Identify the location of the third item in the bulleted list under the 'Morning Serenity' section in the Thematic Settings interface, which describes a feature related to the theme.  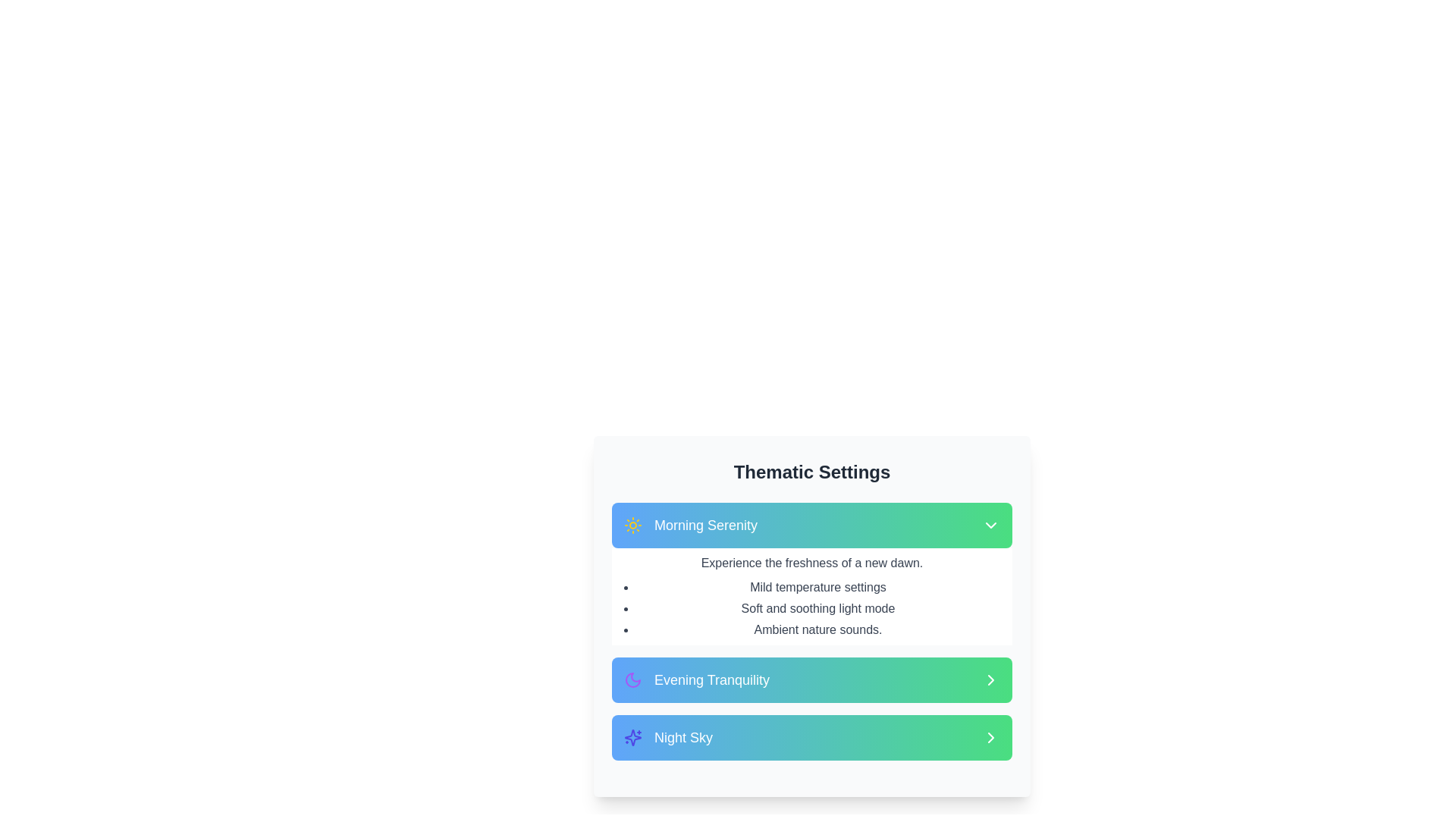
(817, 629).